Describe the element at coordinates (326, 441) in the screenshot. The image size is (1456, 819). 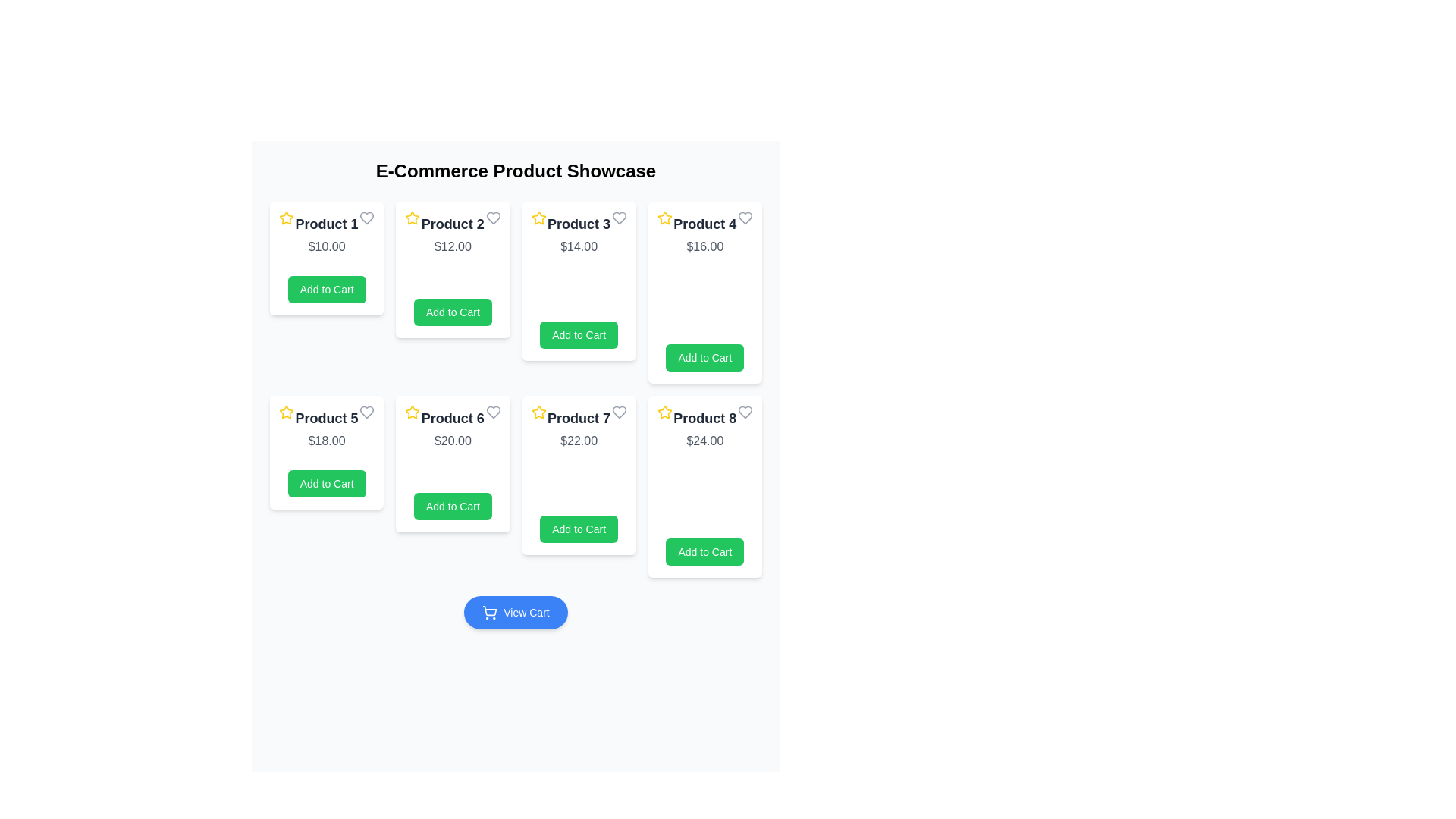
I see `the static text display showing the price '$18.00' located within the card labeled 'Product 5', positioned below the product name and above the 'Add to Cart' button` at that location.